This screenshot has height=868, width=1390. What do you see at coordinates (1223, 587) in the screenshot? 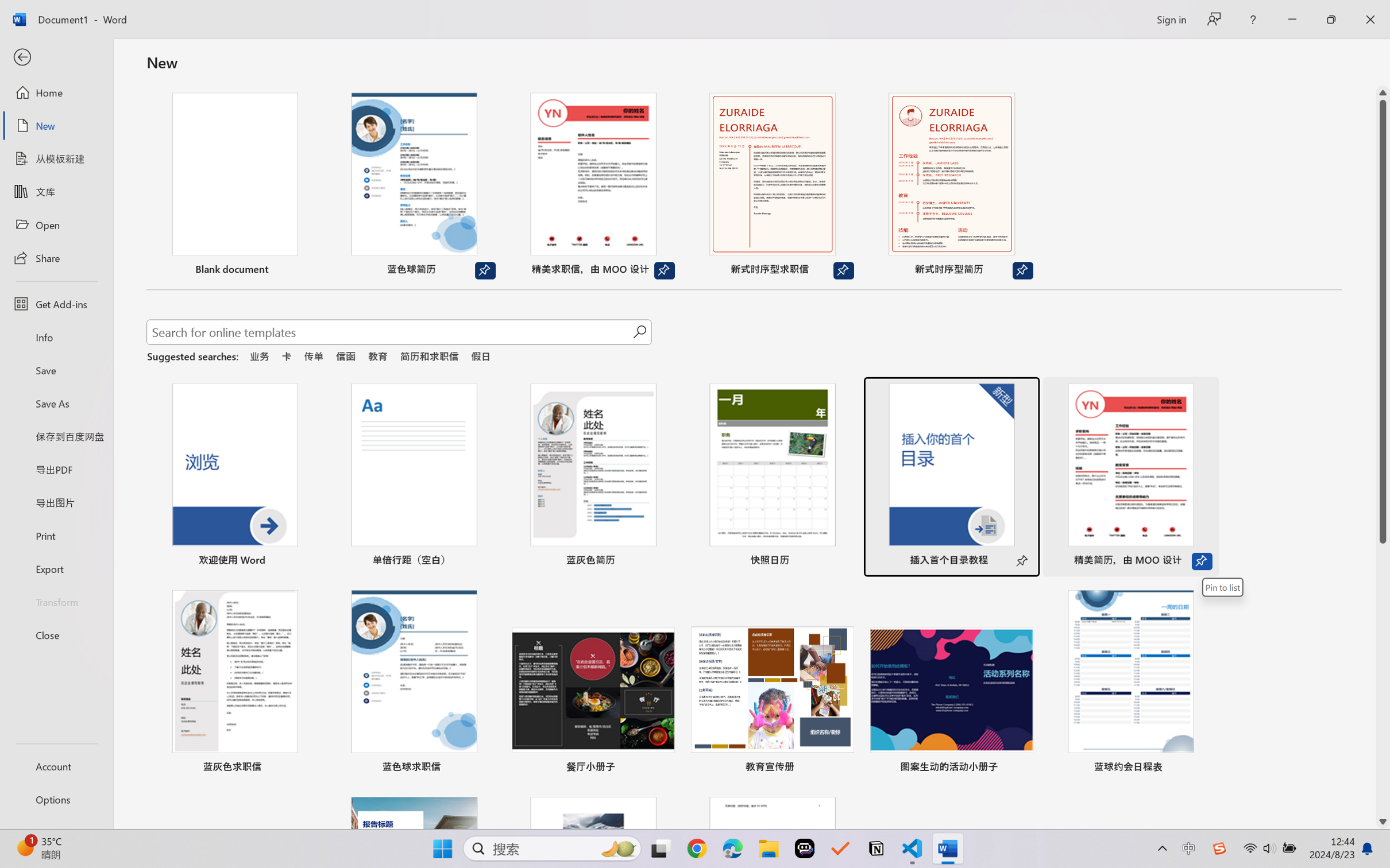
I see `'Pin to list'` at bounding box center [1223, 587].